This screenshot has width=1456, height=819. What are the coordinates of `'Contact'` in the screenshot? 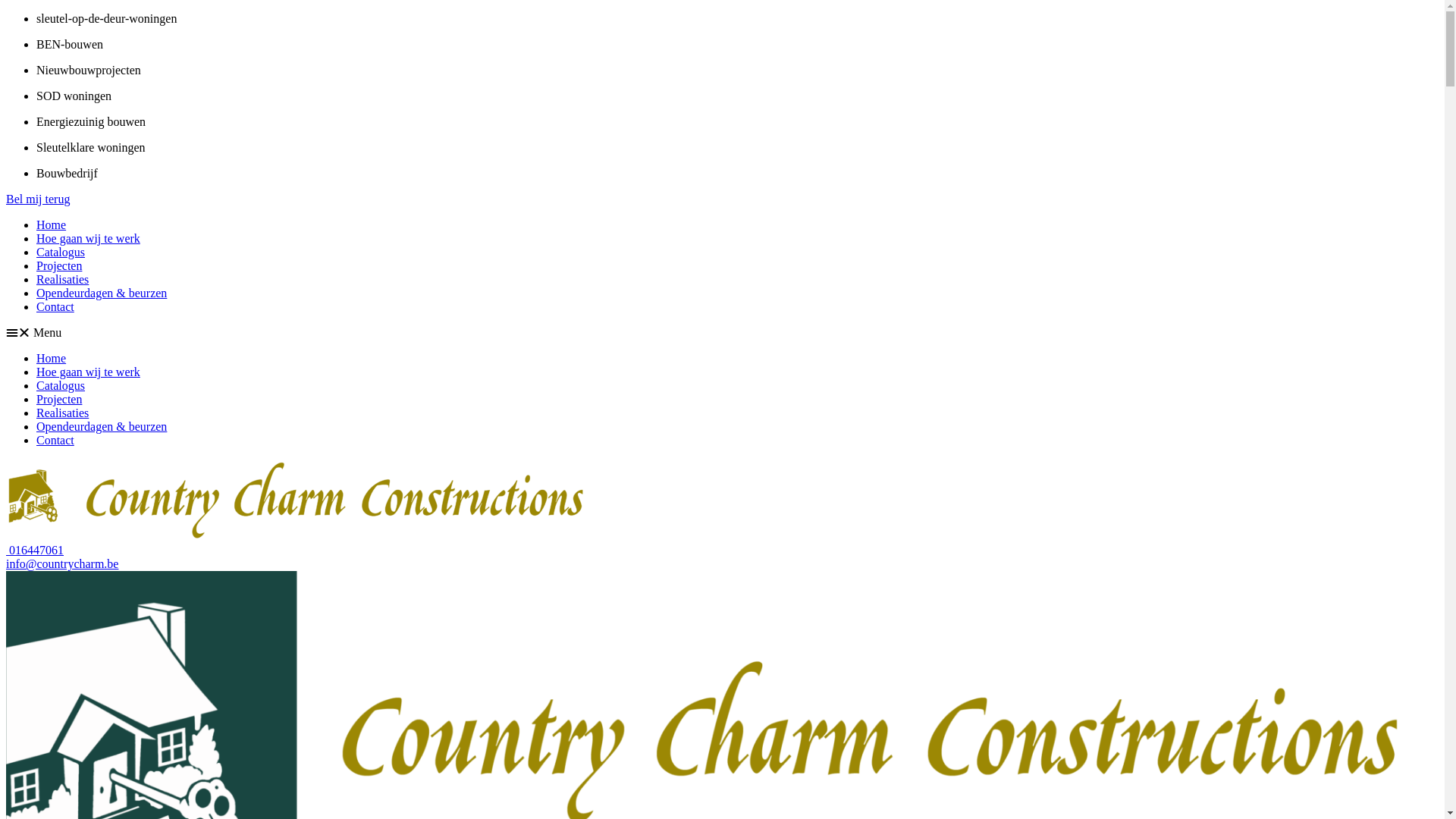 It's located at (36, 440).